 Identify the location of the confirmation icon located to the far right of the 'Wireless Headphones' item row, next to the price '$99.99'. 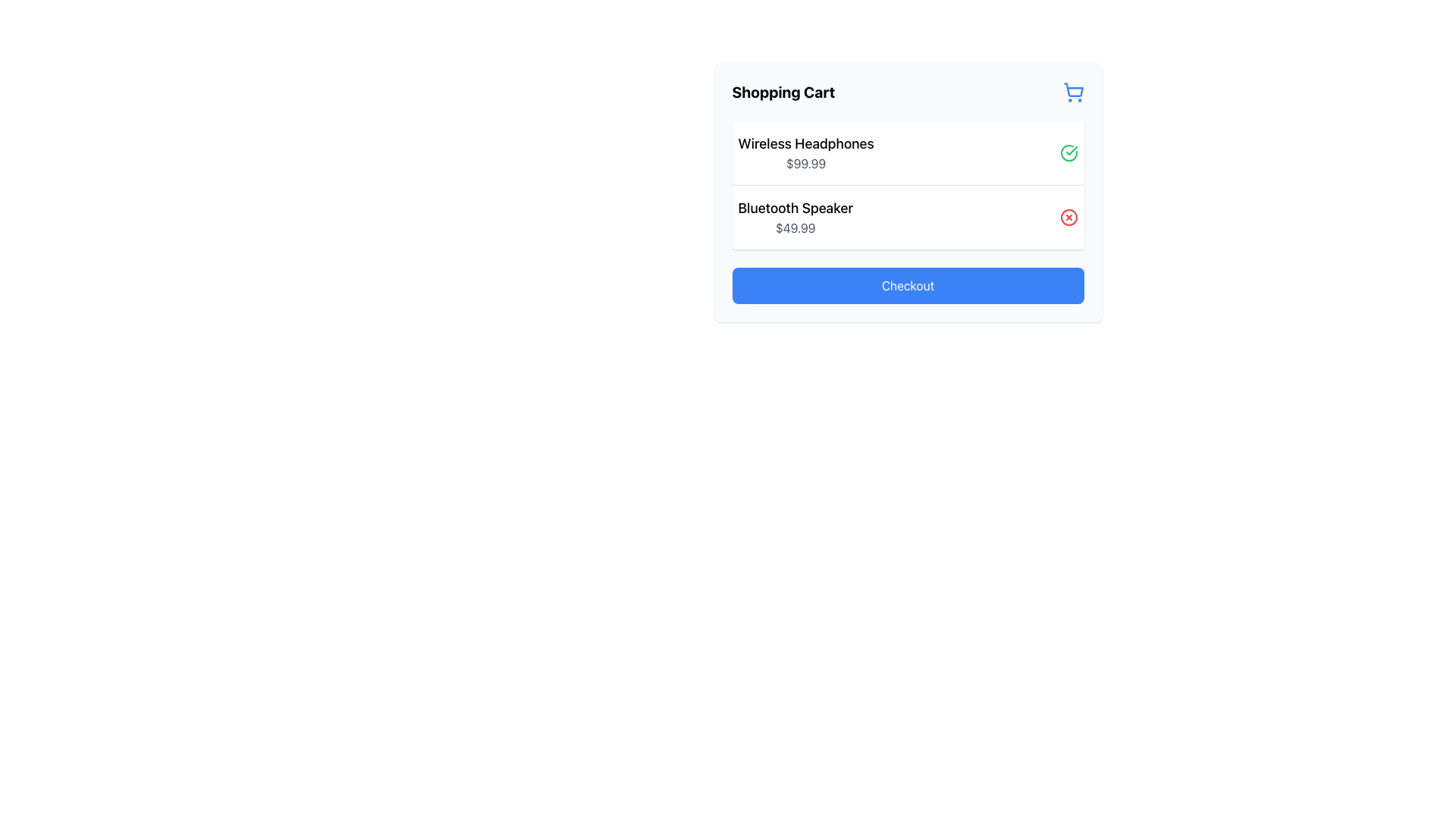
(1068, 152).